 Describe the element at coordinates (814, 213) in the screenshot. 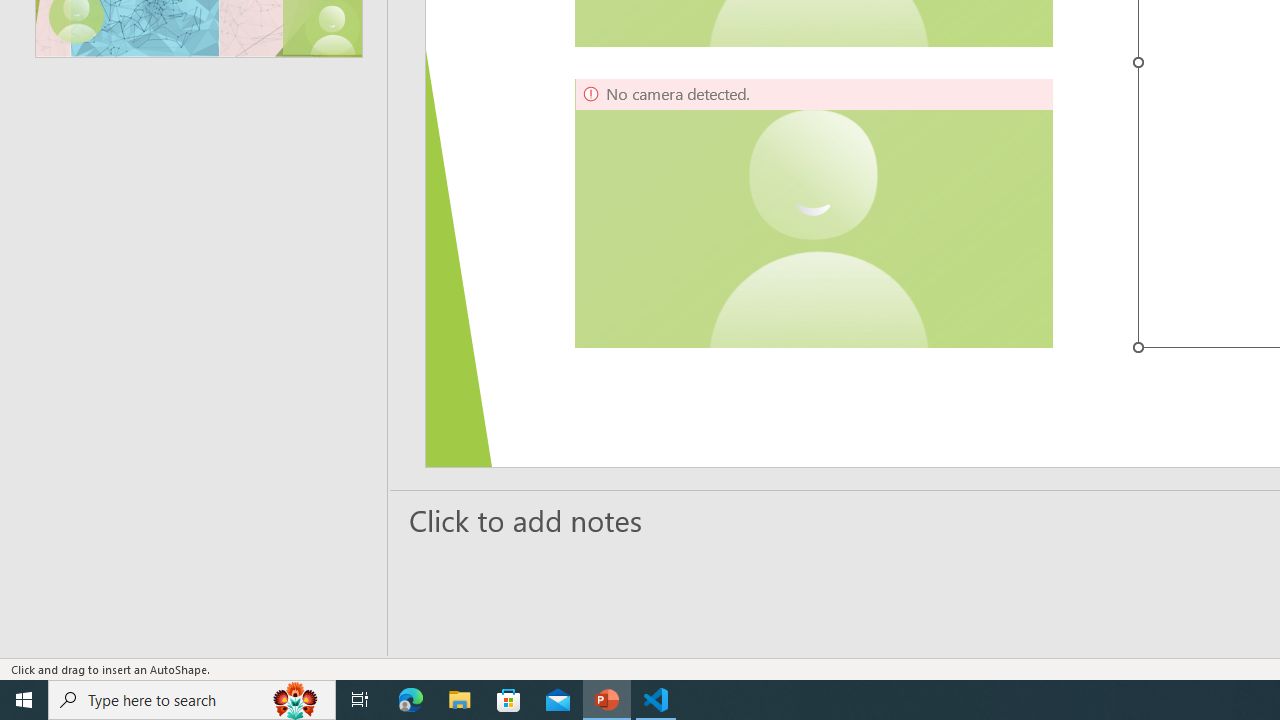

I see `'Camera 5, No camera detected.'` at that location.